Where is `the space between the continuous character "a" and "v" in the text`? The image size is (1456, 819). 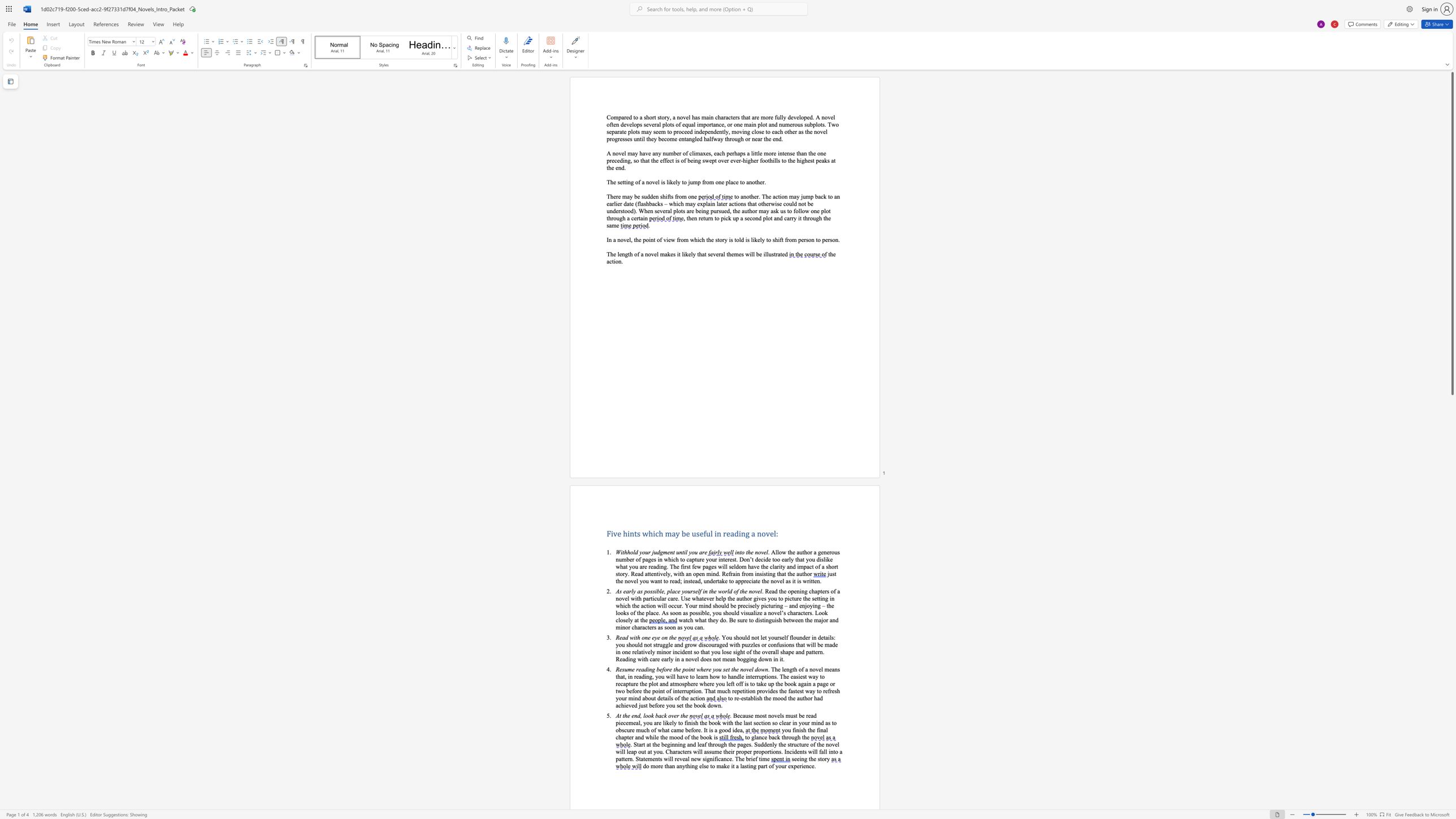 the space between the continuous character "a" and "v" in the text is located at coordinates (644, 153).